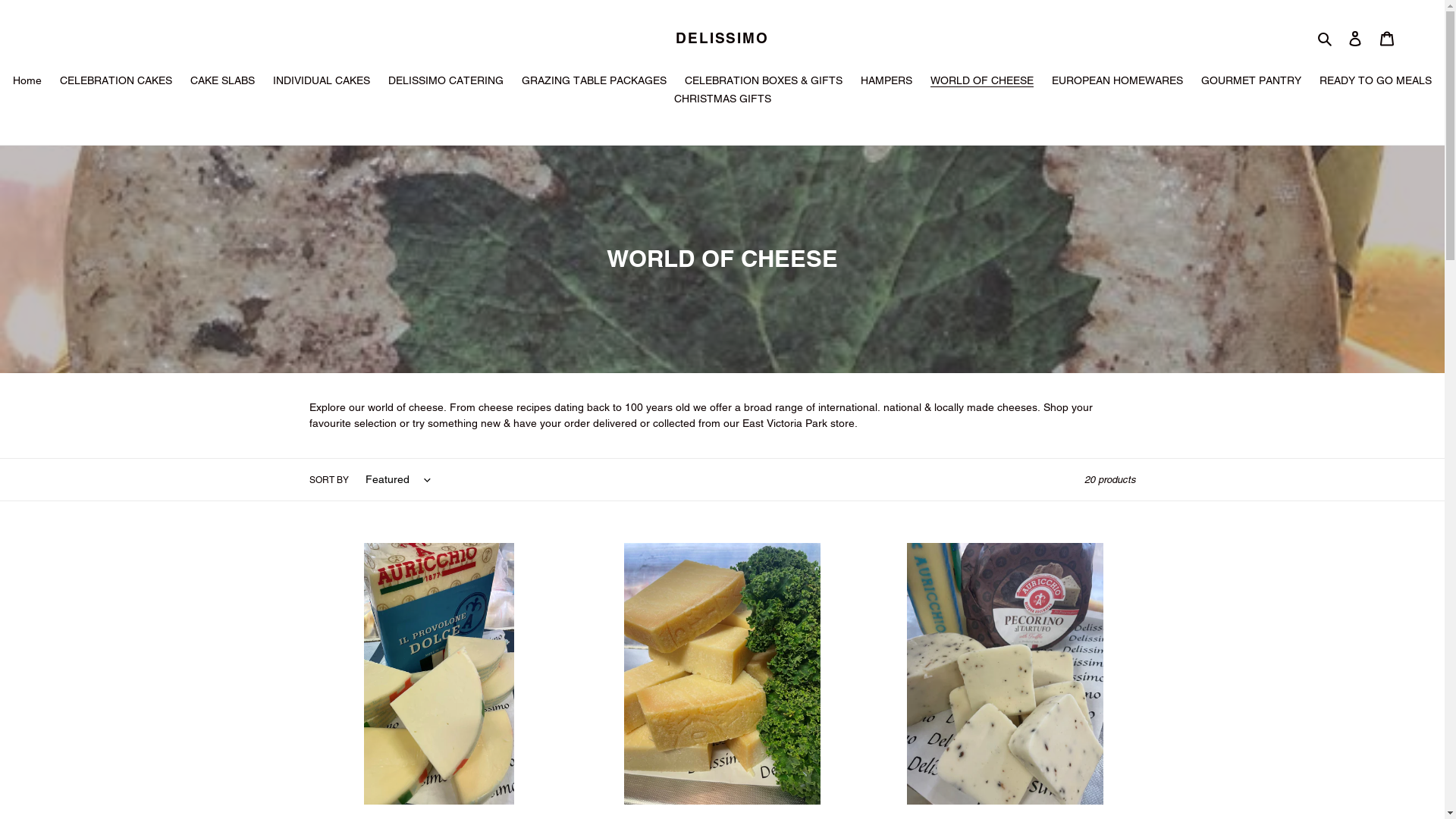  Describe the element at coordinates (764, 82) in the screenshot. I see `'CELEBRATION BOXES & GIFTS'` at that location.